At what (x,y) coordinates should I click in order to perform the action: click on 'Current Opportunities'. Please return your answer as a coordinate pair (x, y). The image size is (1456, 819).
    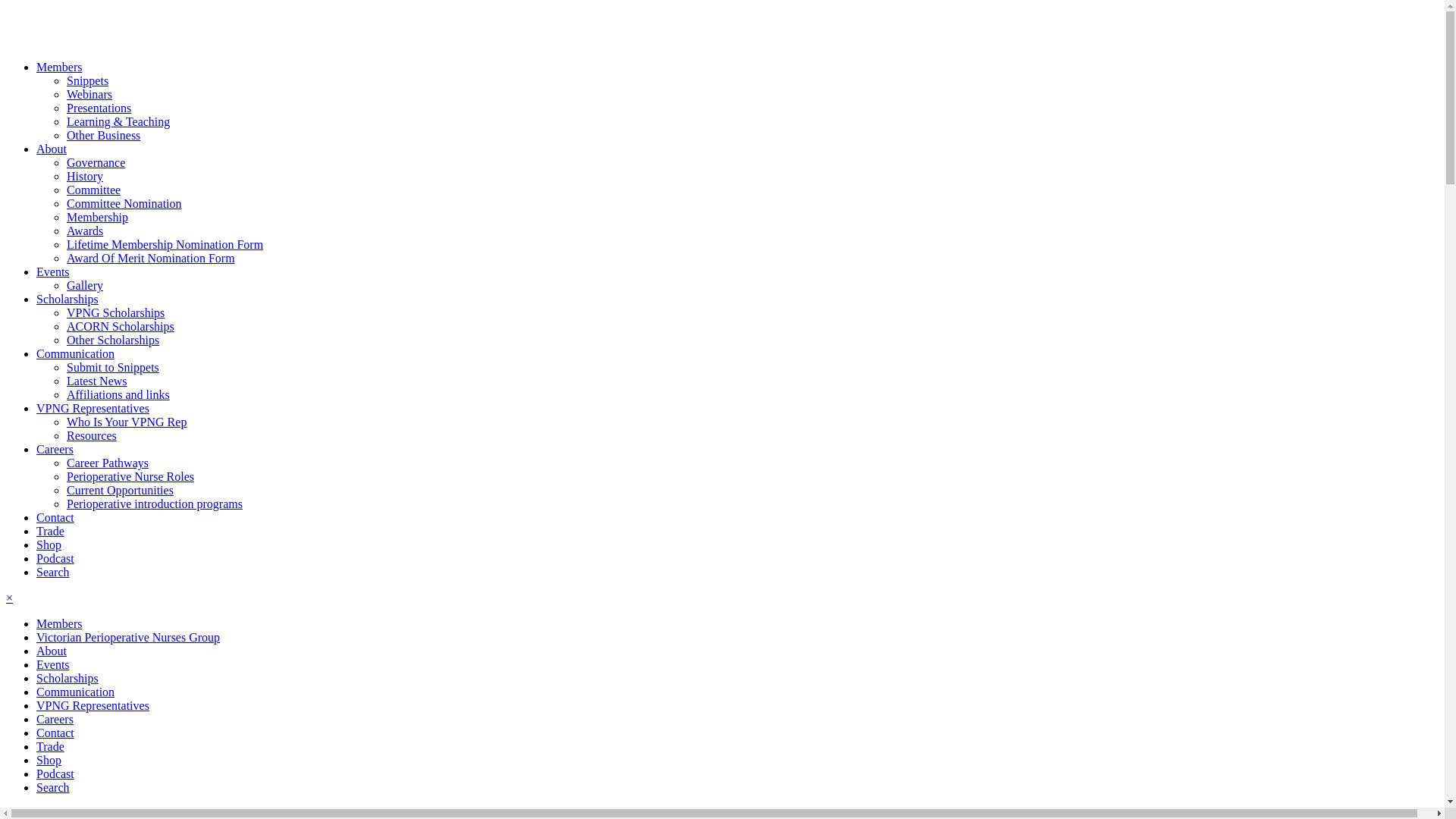
    Looking at the image, I should click on (119, 490).